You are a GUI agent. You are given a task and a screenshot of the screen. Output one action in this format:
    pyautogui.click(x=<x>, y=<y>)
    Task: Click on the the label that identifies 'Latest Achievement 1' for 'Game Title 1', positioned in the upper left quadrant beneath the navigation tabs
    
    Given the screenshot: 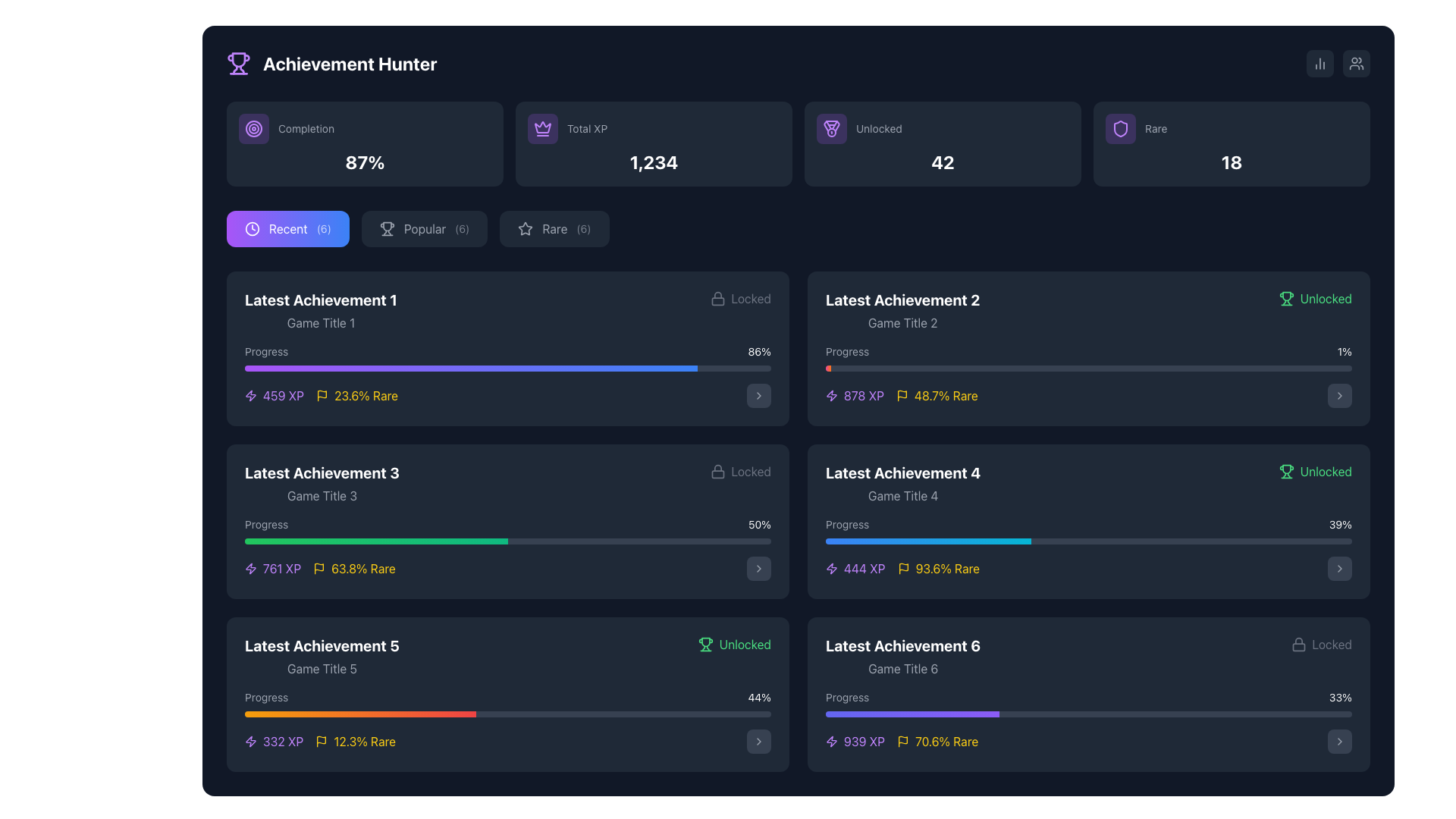 What is the action you would take?
    pyautogui.click(x=320, y=309)
    